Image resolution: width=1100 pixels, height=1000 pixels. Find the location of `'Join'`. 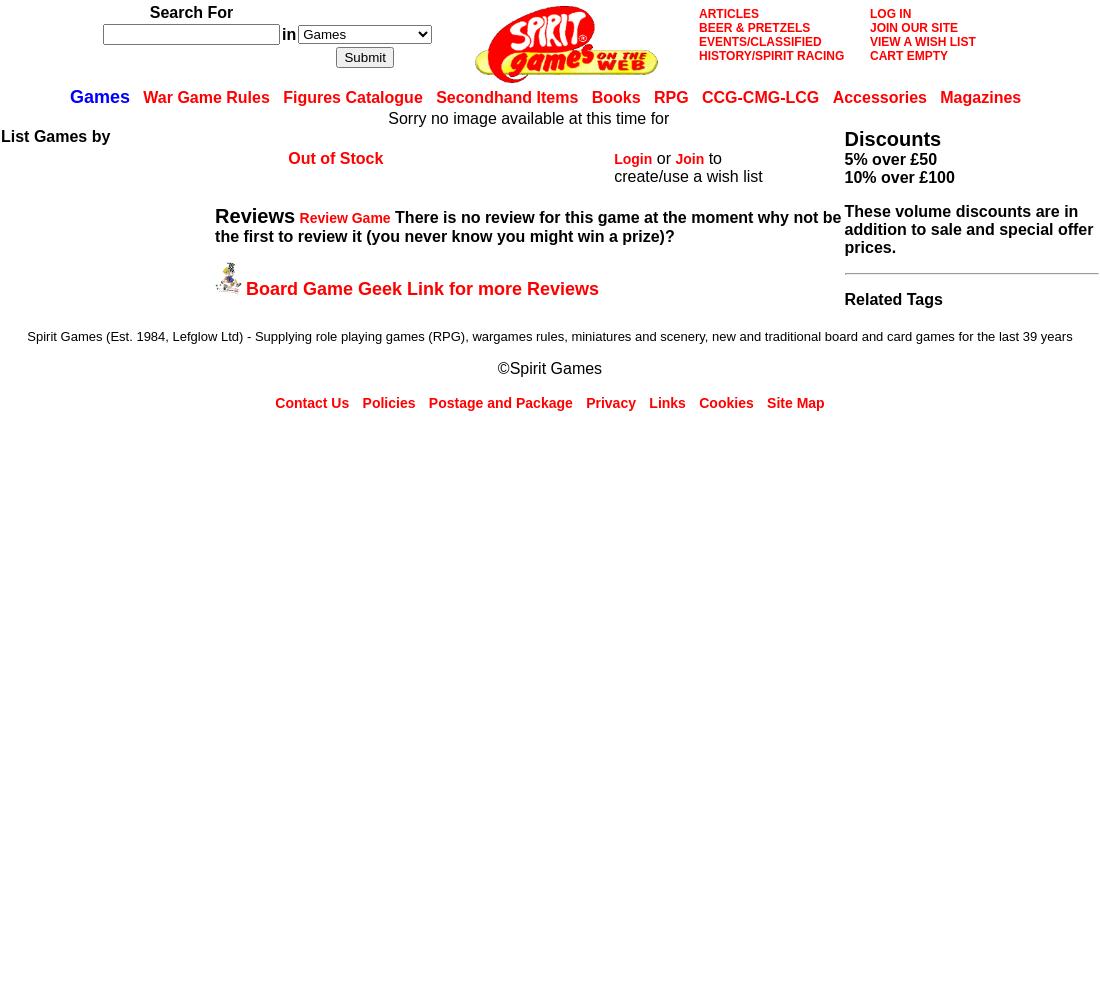

'Join' is located at coordinates (688, 158).